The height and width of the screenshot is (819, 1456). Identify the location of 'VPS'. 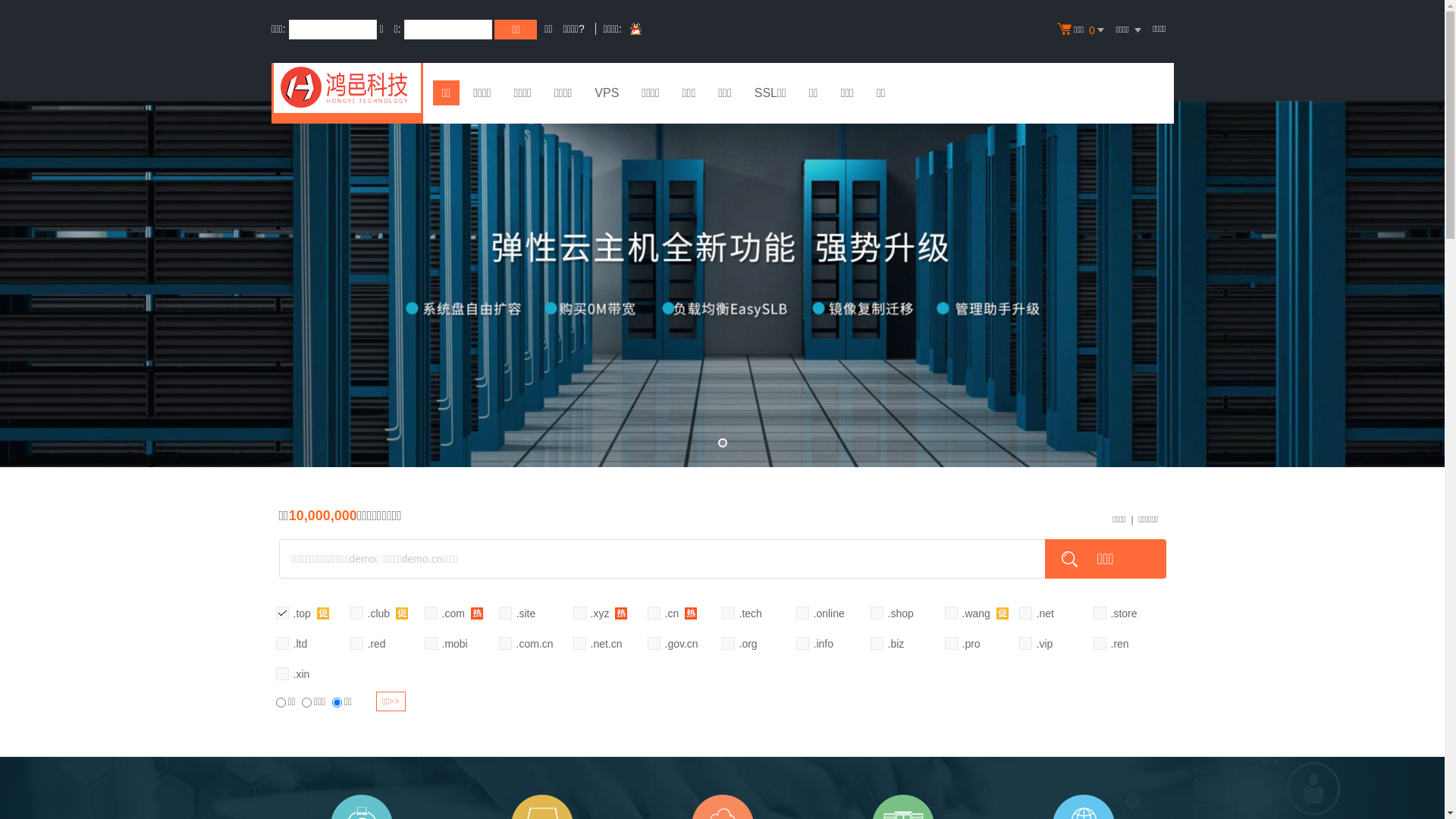
(607, 94).